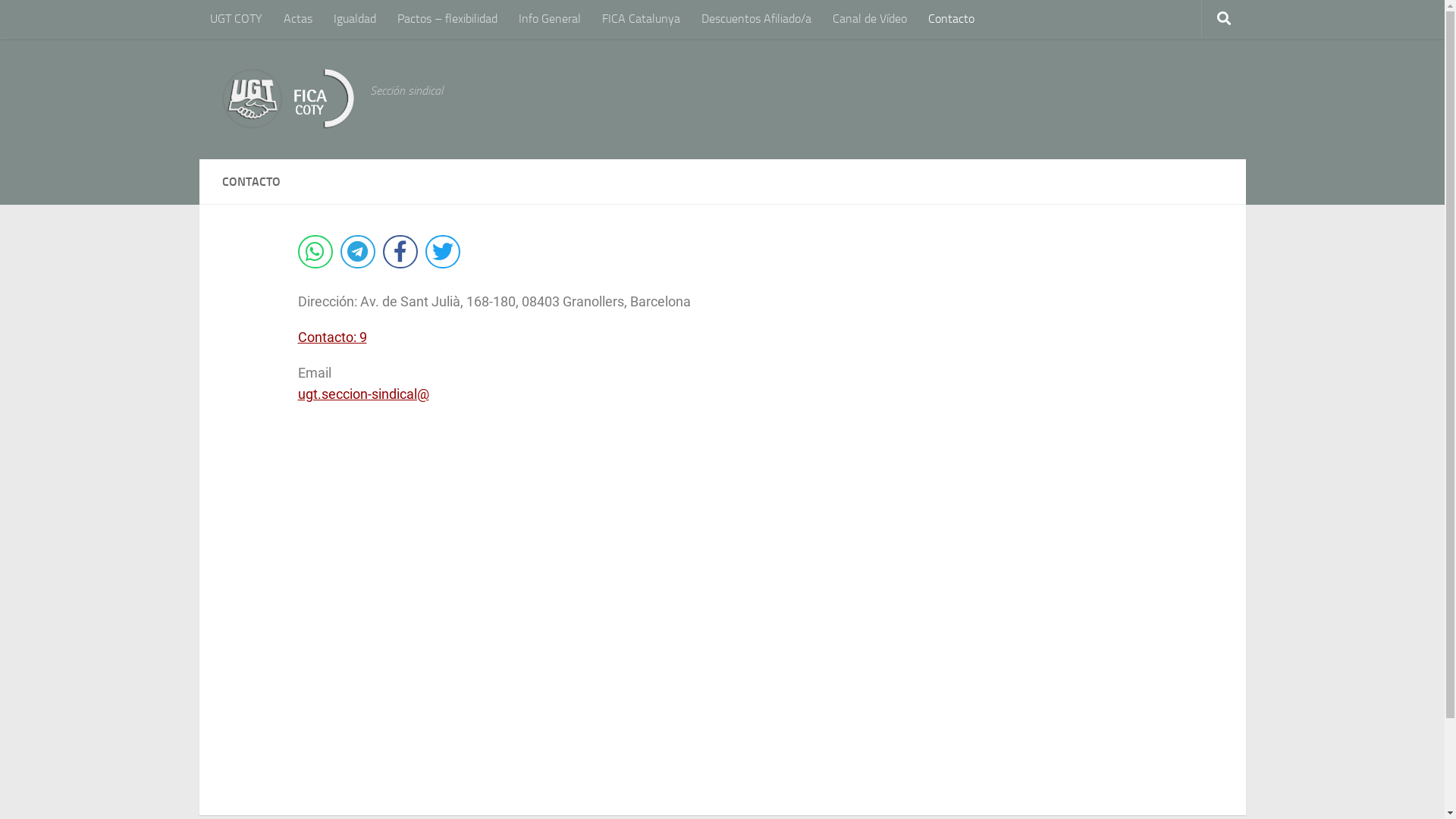 This screenshot has height=819, width=1456. I want to click on 'Igualdad', so click(353, 18).